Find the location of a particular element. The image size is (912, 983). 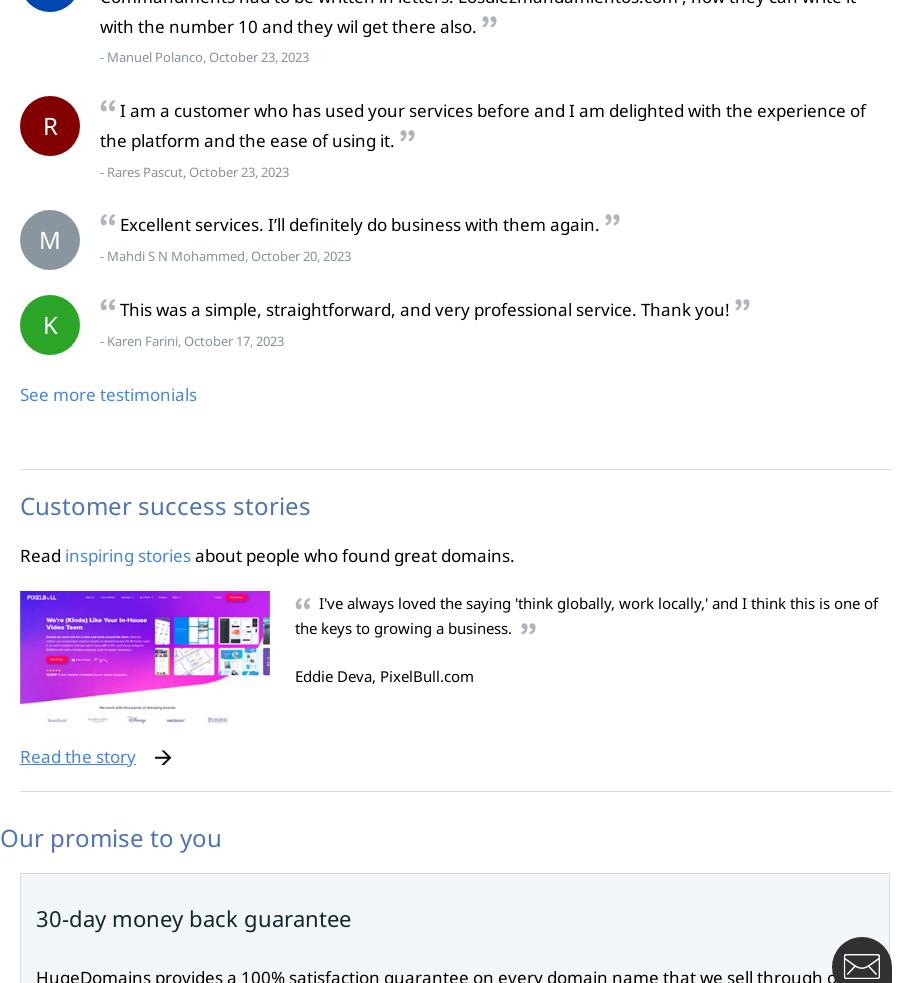

'Read the story' is located at coordinates (77, 754).